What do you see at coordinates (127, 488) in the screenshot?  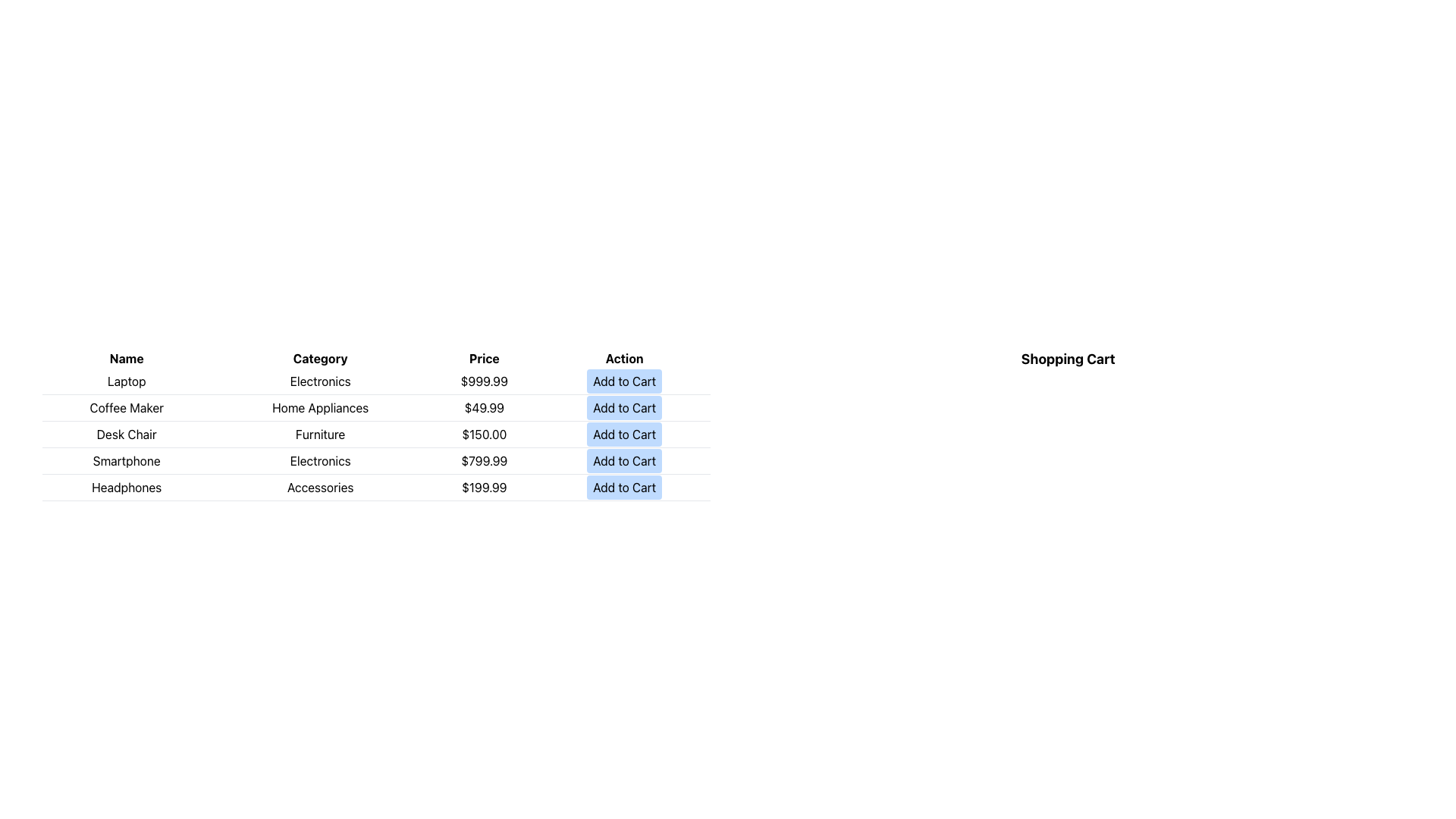 I see `text label displaying 'Headphones' located in the leftmost cell of the fifth row under the 'Name' column in the table` at bounding box center [127, 488].